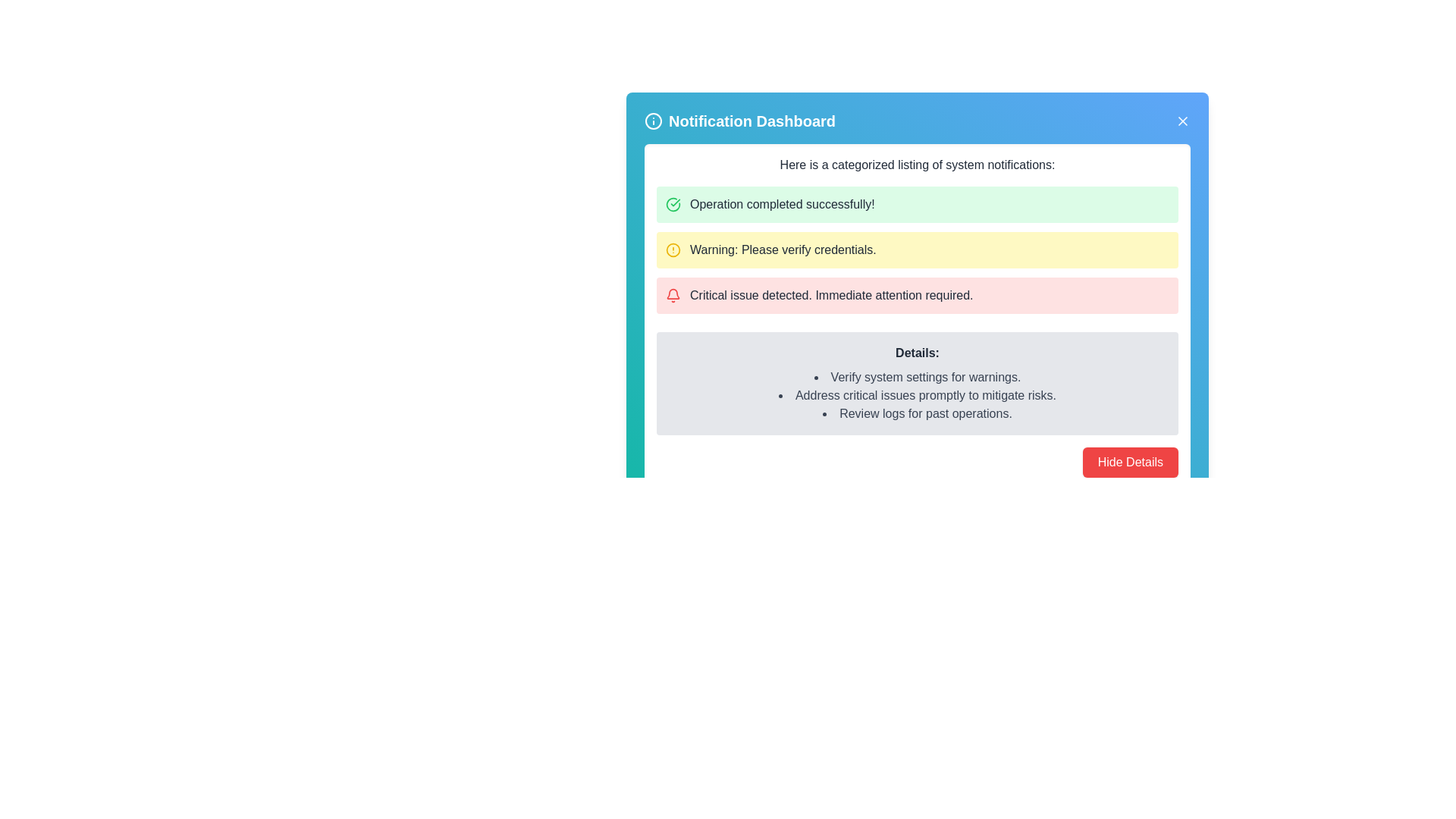 This screenshot has height=819, width=1456. Describe the element at coordinates (916, 315) in the screenshot. I see `the notification panel, which is centrally located below the 'Notification Dashboard' title and navigation bar, displaying system notifications with varying levels of severity` at that location.